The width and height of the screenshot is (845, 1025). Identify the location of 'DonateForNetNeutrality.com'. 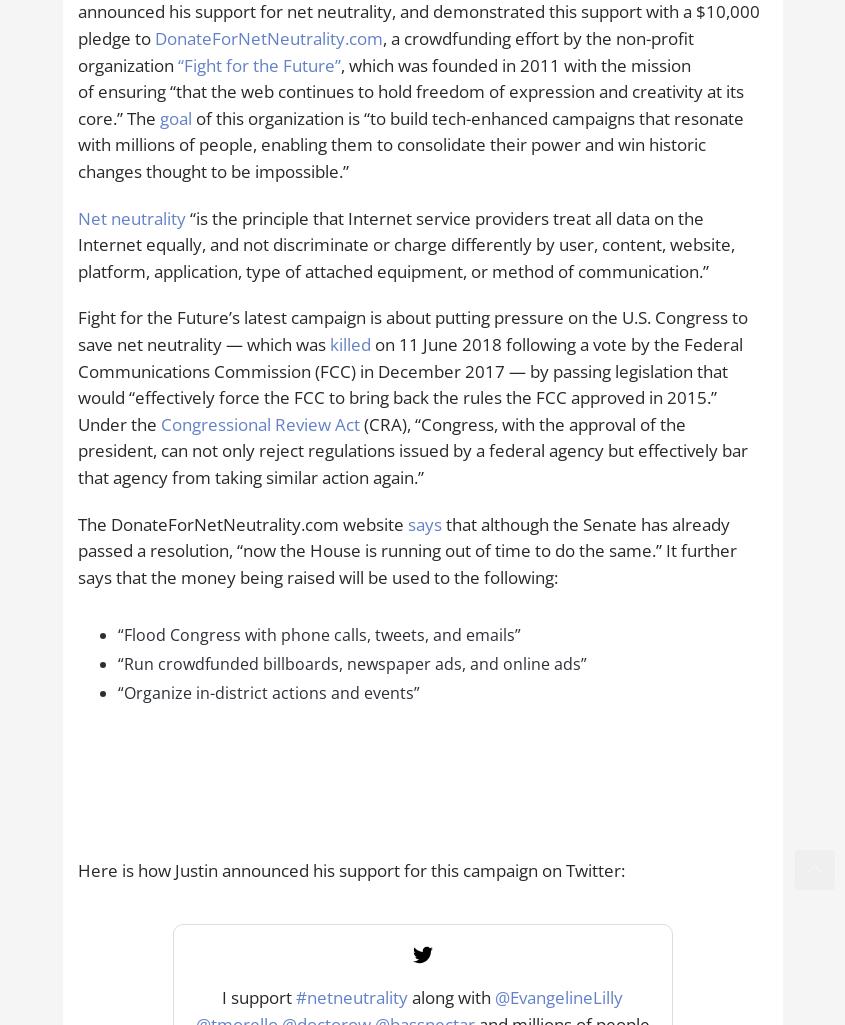
(268, 38).